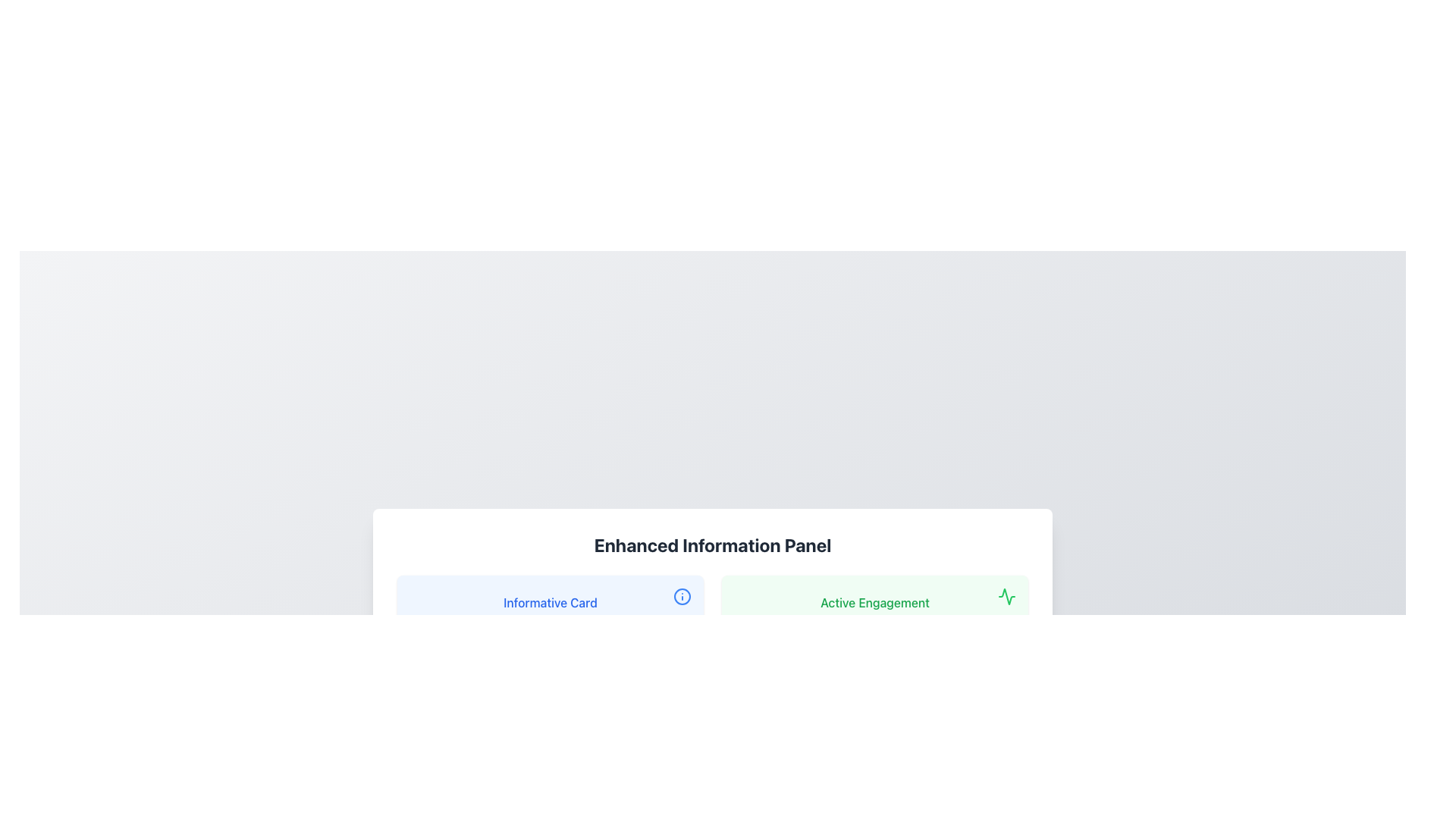 The width and height of the screenshot is (1456, 819). I want to click on the Icon located within the 'Active Engagement' button, which serves a decorative or functional role, positioned to the right of the text label, so click(1007, 595).